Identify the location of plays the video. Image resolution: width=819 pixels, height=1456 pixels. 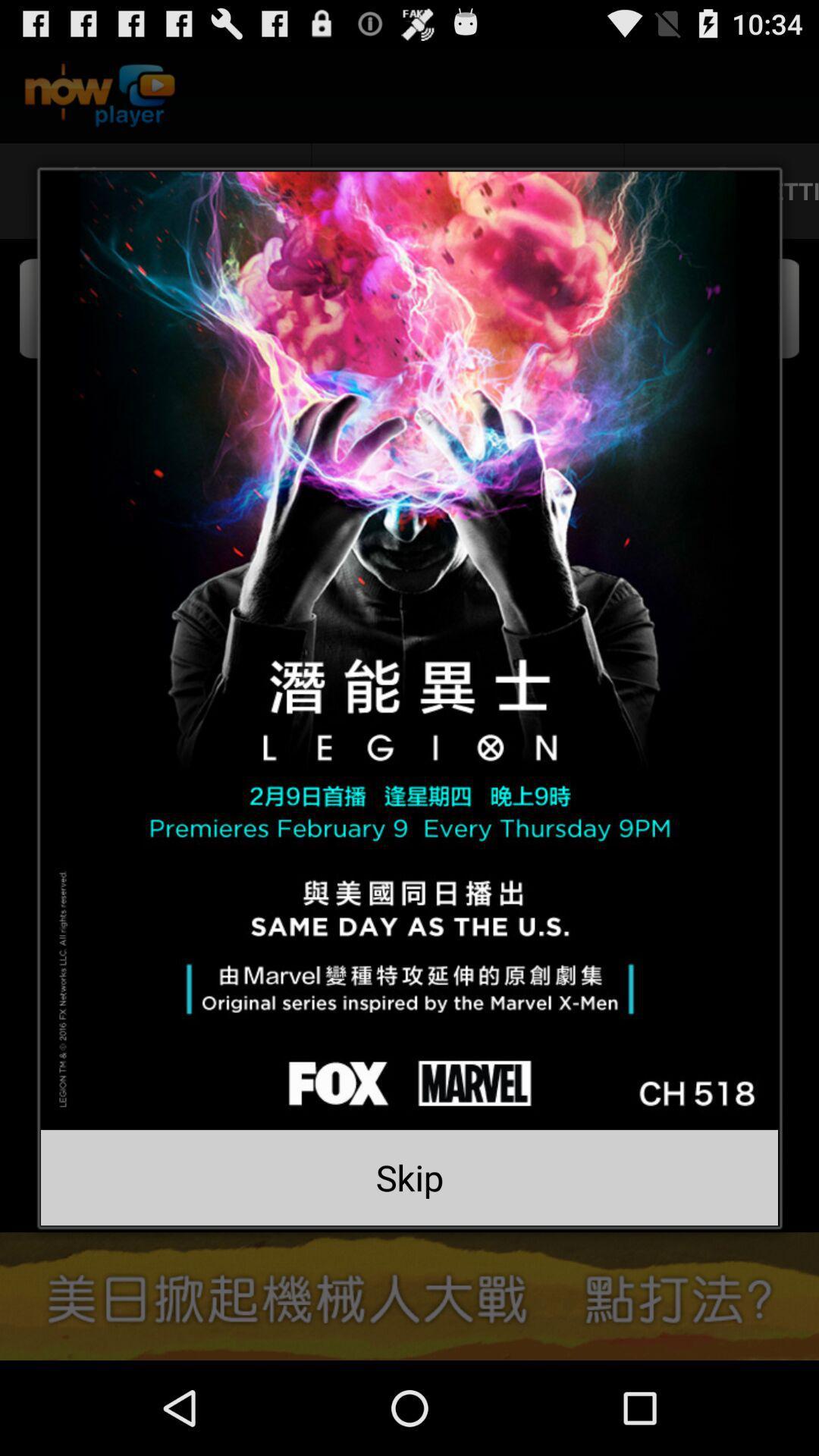
(409, 651).